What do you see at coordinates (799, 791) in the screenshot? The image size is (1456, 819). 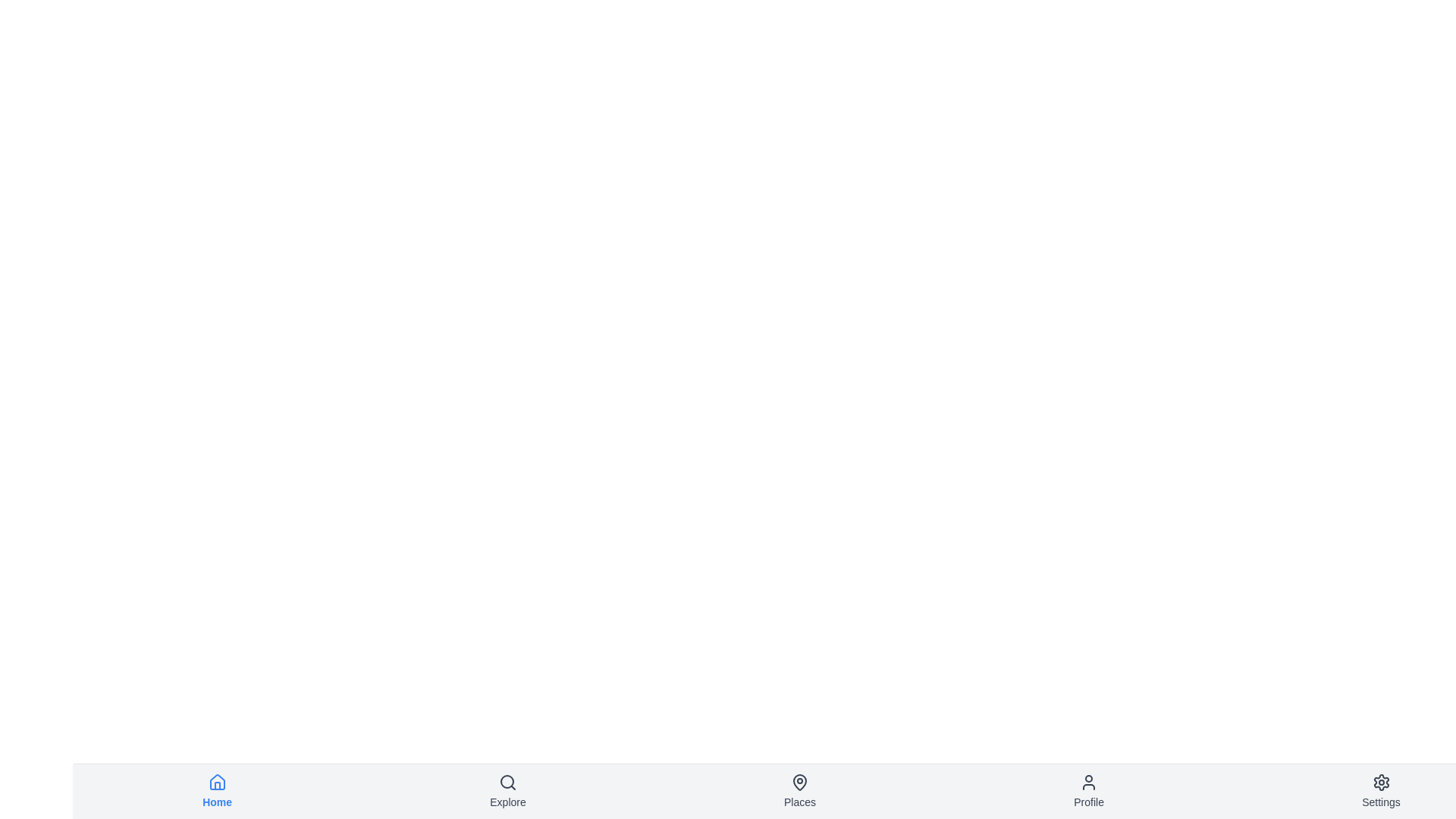 I see `the navigation item labeled Places` at bounding box center [799, 791].